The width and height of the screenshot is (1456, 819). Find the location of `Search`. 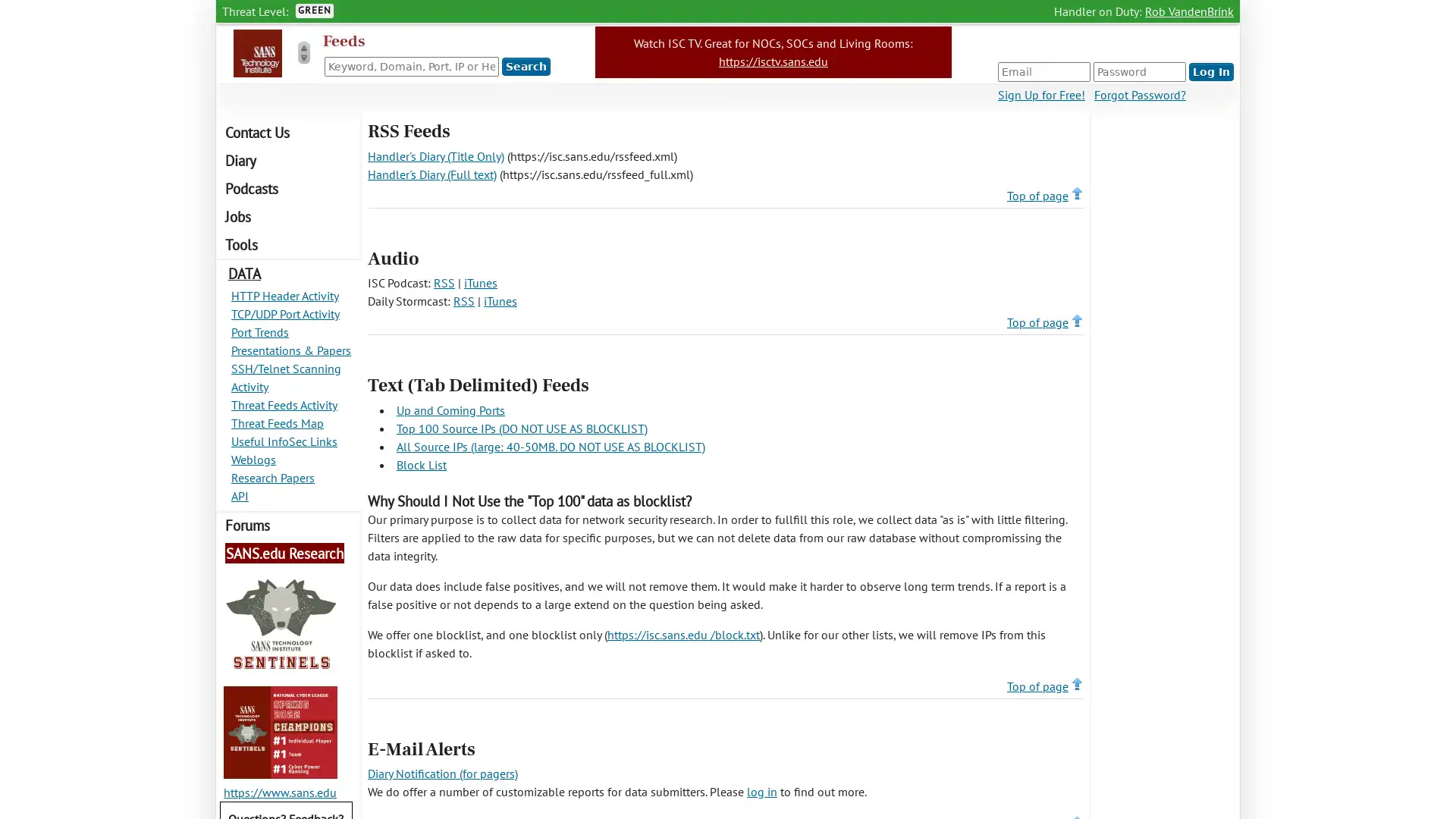

Search is located at coordinates (526, 66).